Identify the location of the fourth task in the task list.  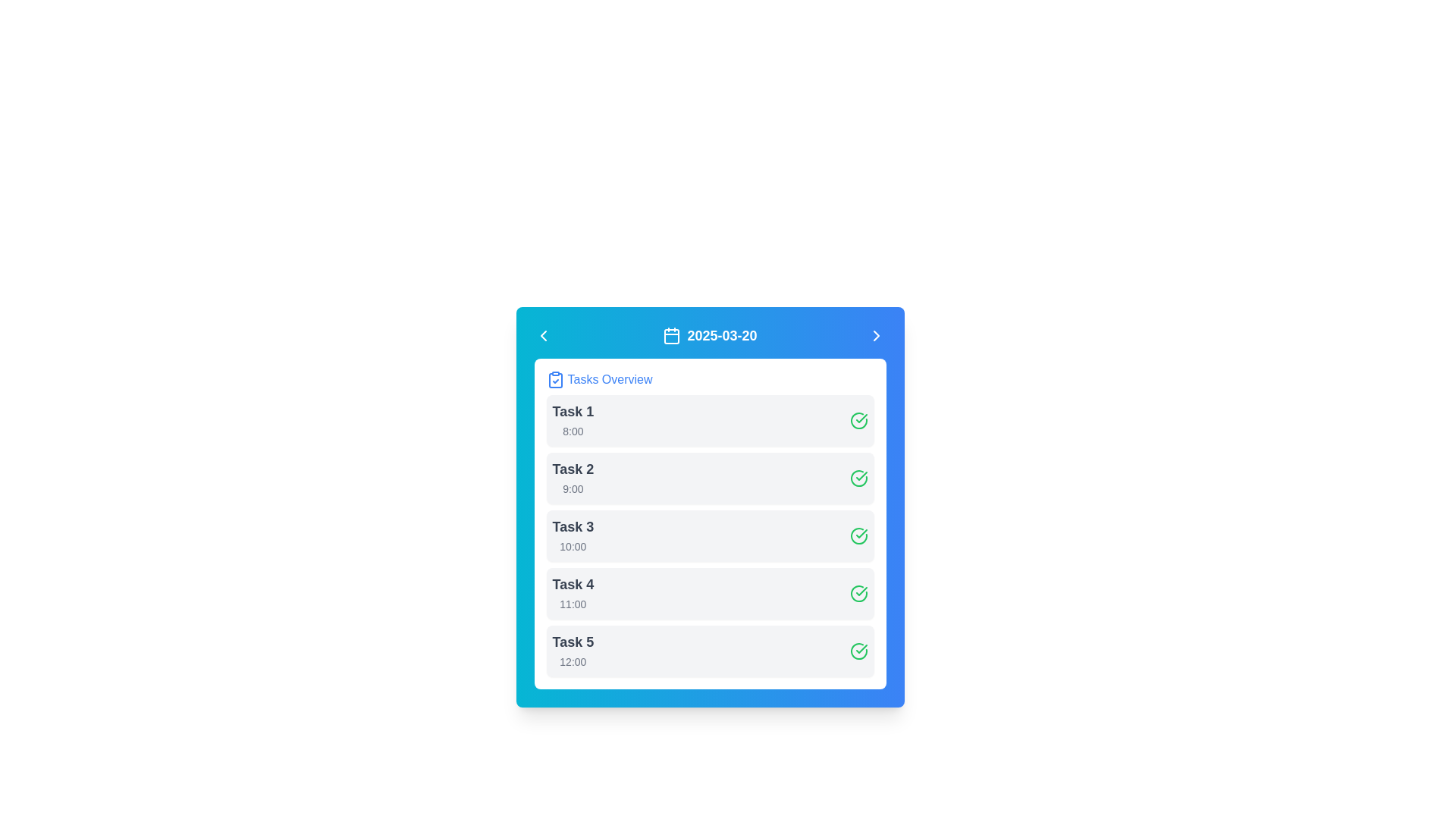
(572, 593).